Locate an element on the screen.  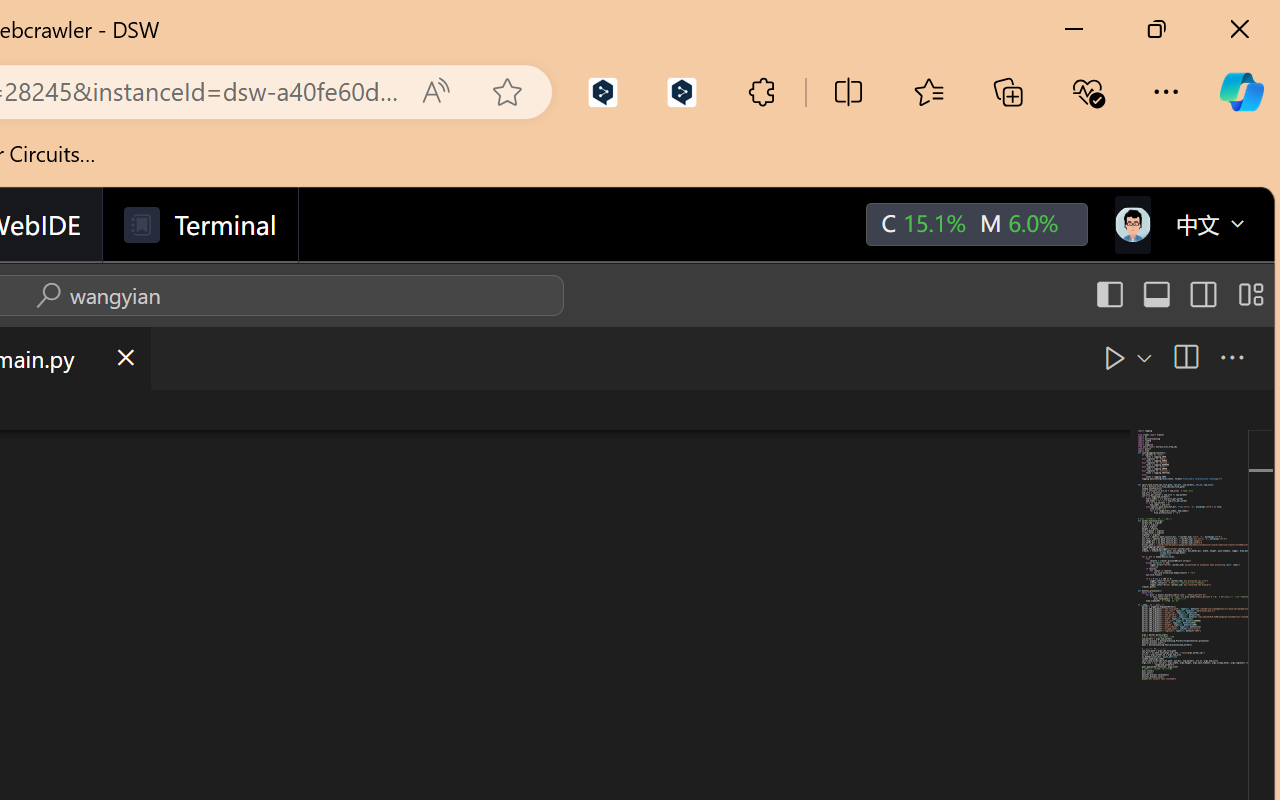
'Class: next-menu next-hoz widgets--iconMenu--BFkiHRM' is located at coordinates (1131, 225).